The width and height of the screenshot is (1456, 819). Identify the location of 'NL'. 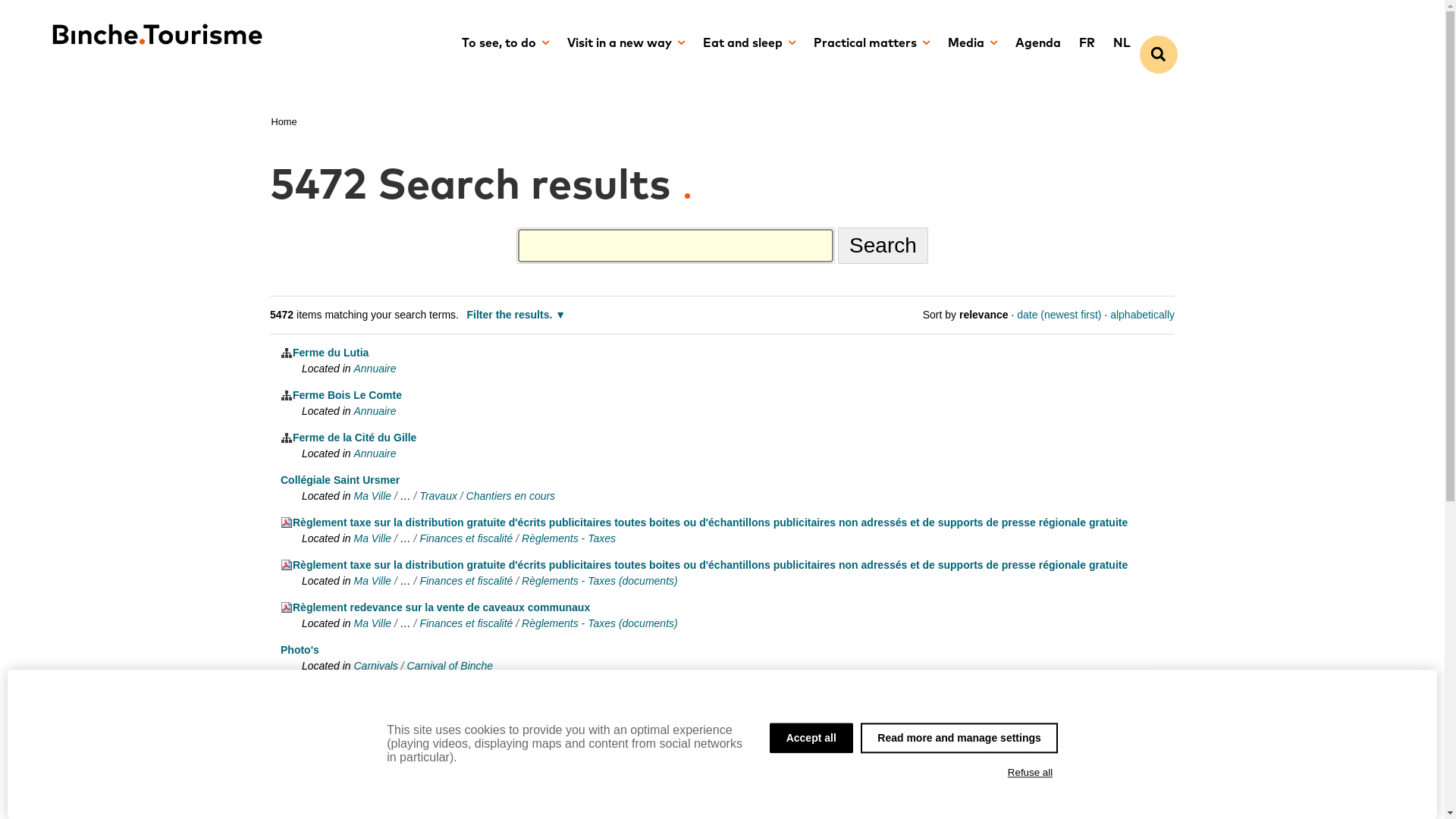
(1122, 42).